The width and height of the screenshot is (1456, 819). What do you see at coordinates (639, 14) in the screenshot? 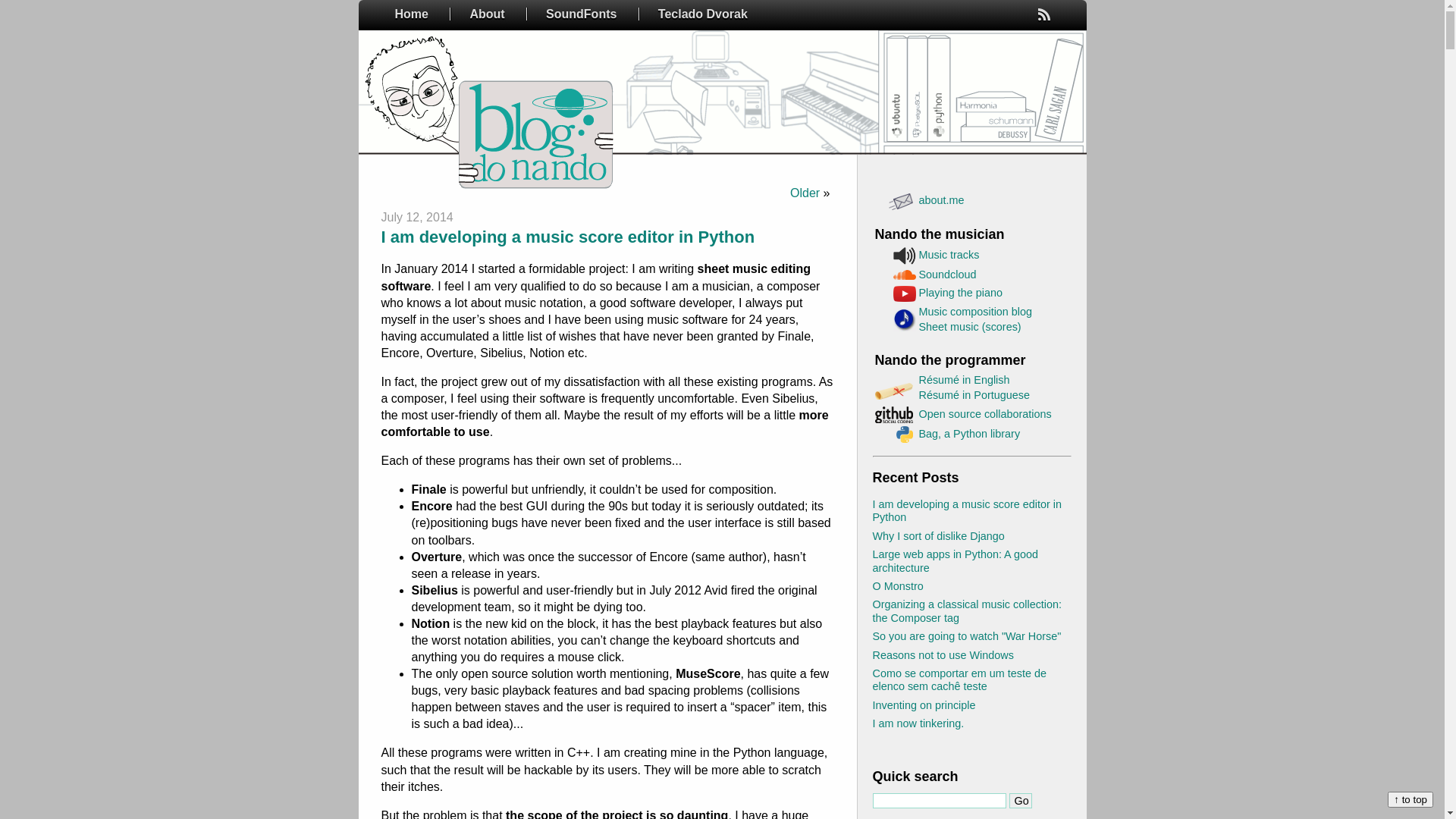
I see `'Teclado Dvorak'` at bounding box center [639, 14].